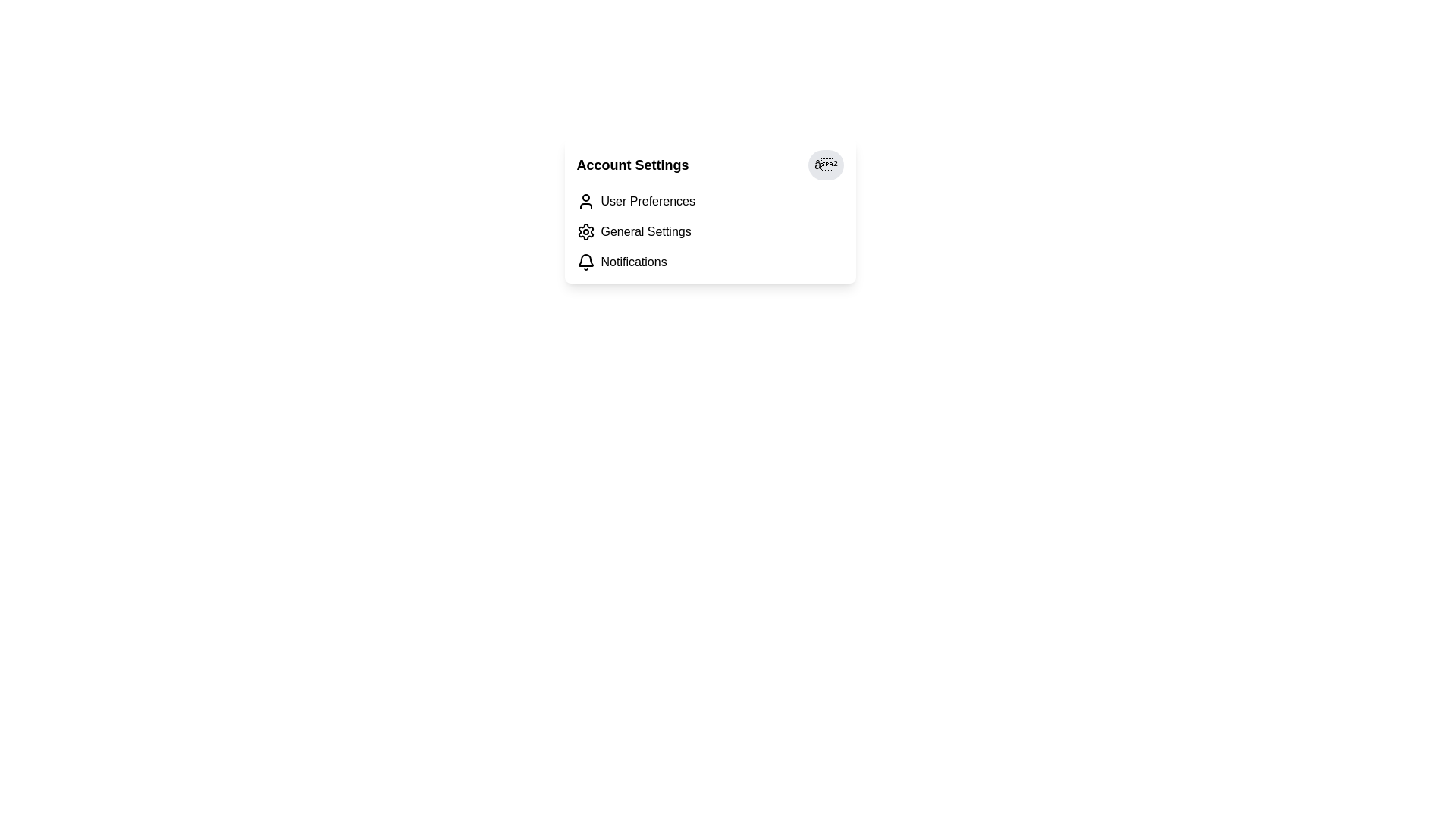 This screenshot has height=819, width=1456. I want to click on the bell icon located to the left of the 'Notifications' text in the 'Account Settings' menu, so click(585, 262).